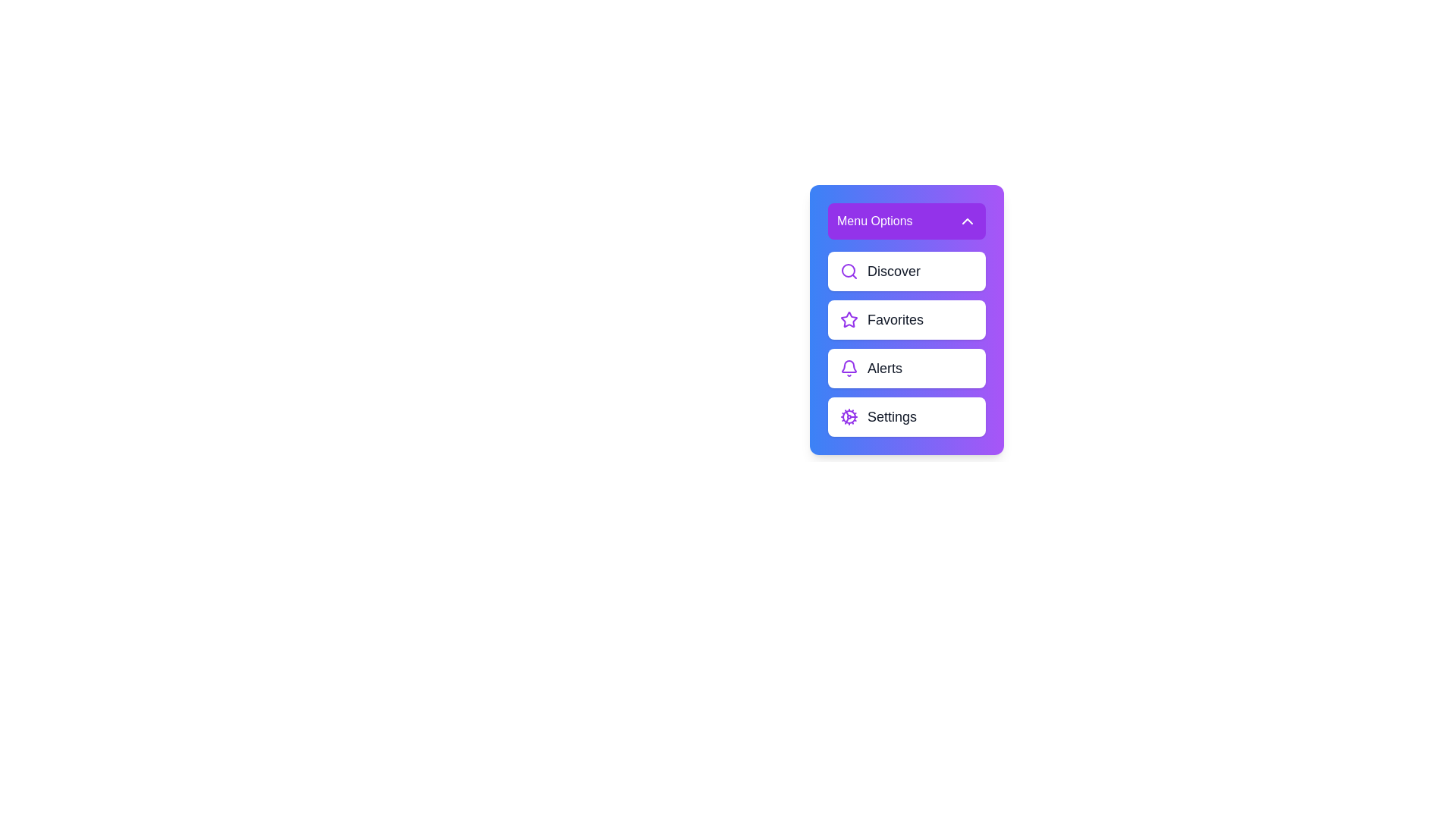  Describe the element at coordinates (884, 369) in the screenshot. I see `the text label that directs users to the alerts section, located in a vertical menu stack between 'Favorites' and 'Settings', with a bell icon on its left` at that location.